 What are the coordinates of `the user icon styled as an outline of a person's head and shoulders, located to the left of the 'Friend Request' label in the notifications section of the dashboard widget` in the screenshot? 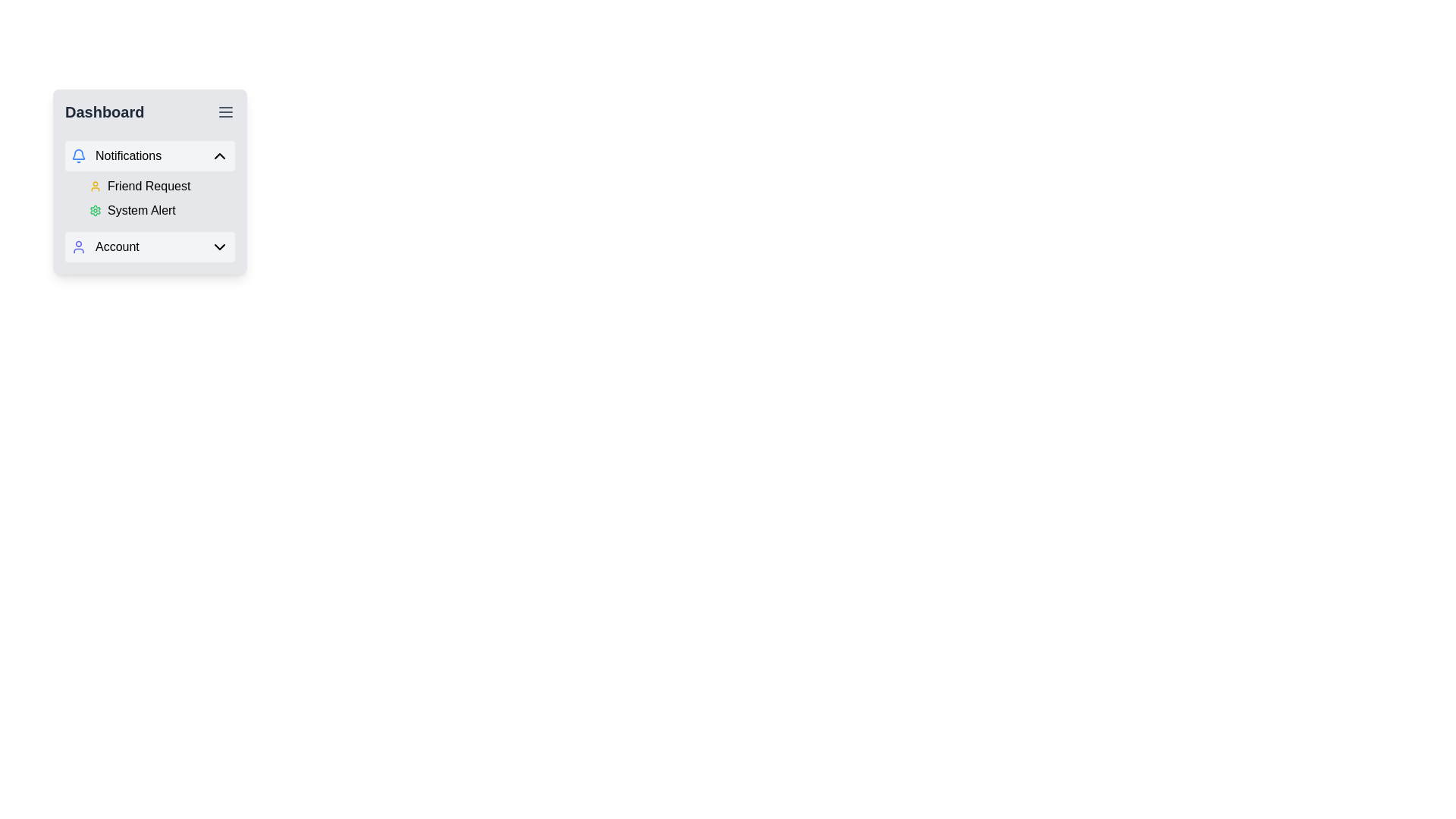 It's located at (94, 186).